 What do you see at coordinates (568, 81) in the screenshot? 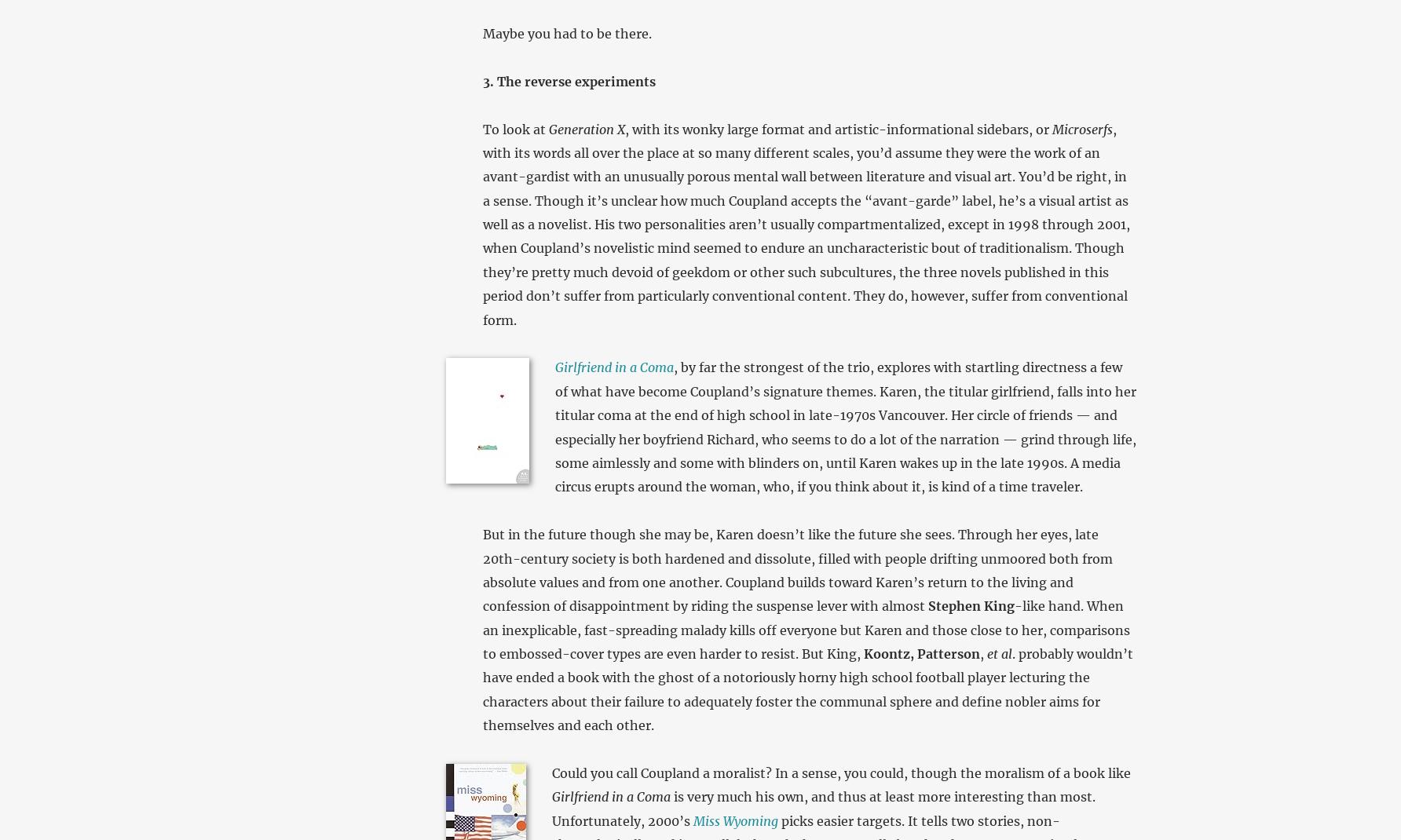
I see `'3. The reverse experiments'` at bounding box center [568, 81].